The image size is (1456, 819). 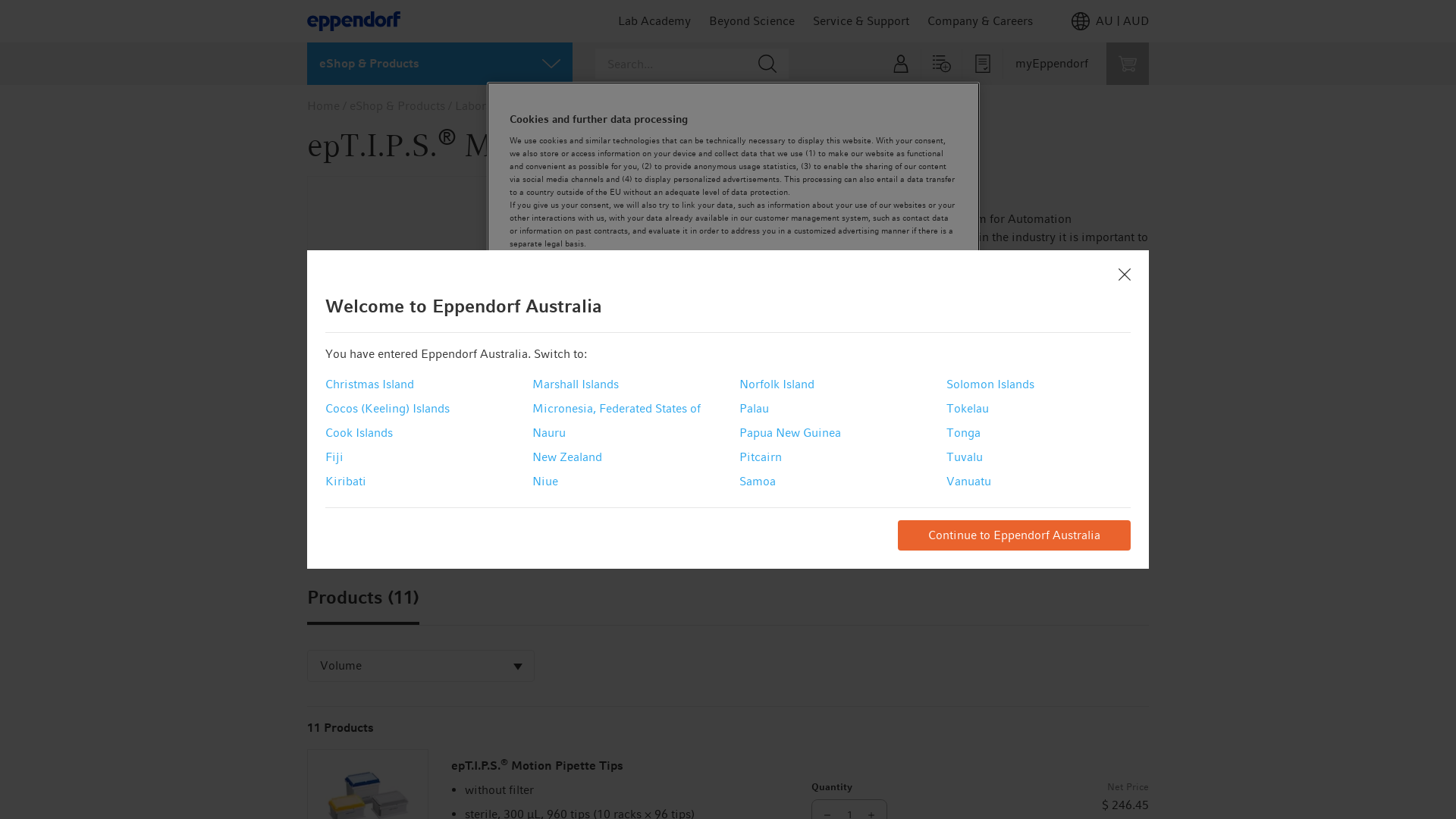 I want to click on 'Palau', so click(x=754, y=408).